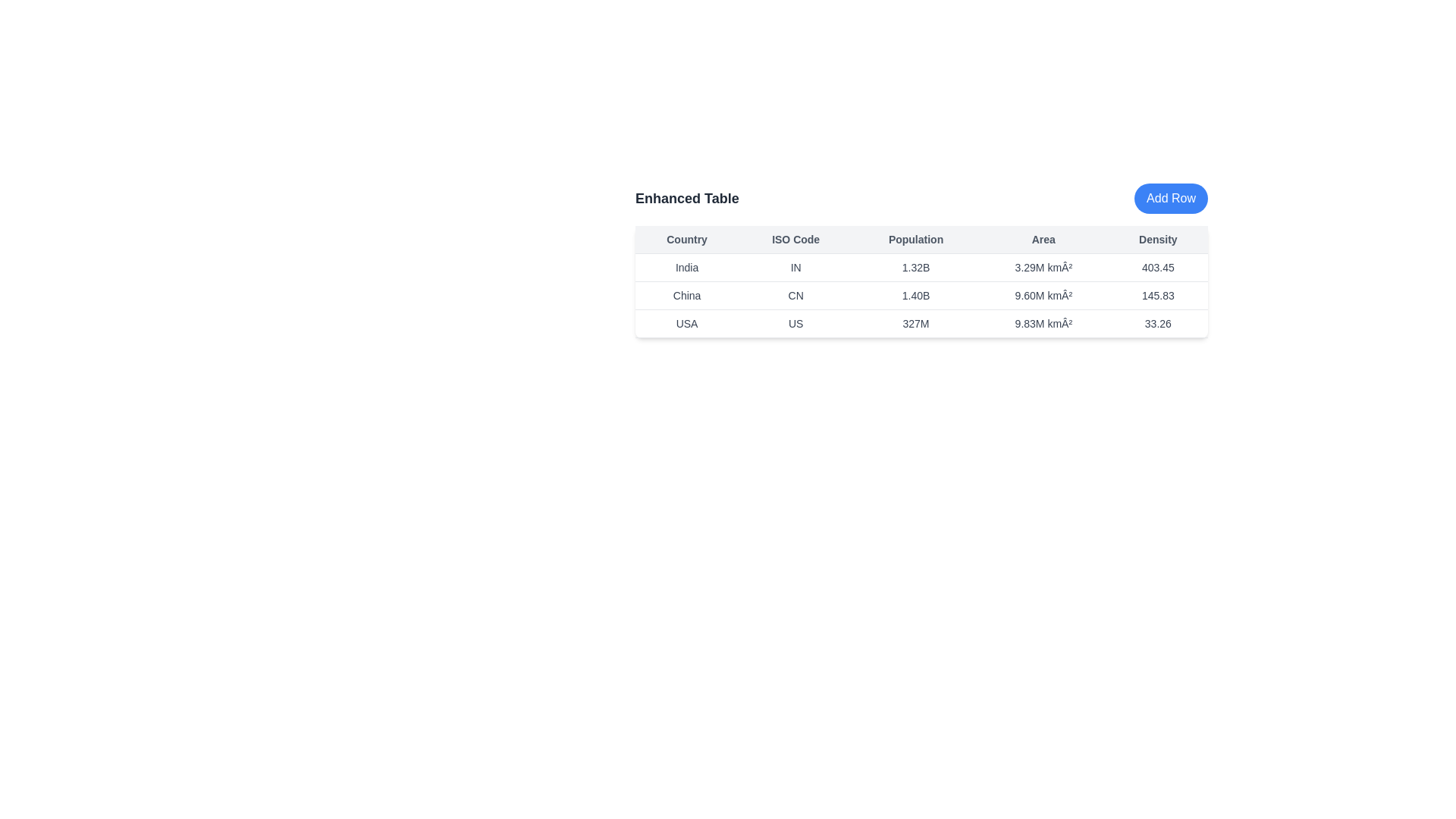 This screenshot has height=819, width=1456. Describe the element at coordinates (795, 295) in the screenshot. I see `the text label 'CN' which is styled with a smaller font size and gray color, located in the 'ISO Code' column of the 'China' row` at that location.